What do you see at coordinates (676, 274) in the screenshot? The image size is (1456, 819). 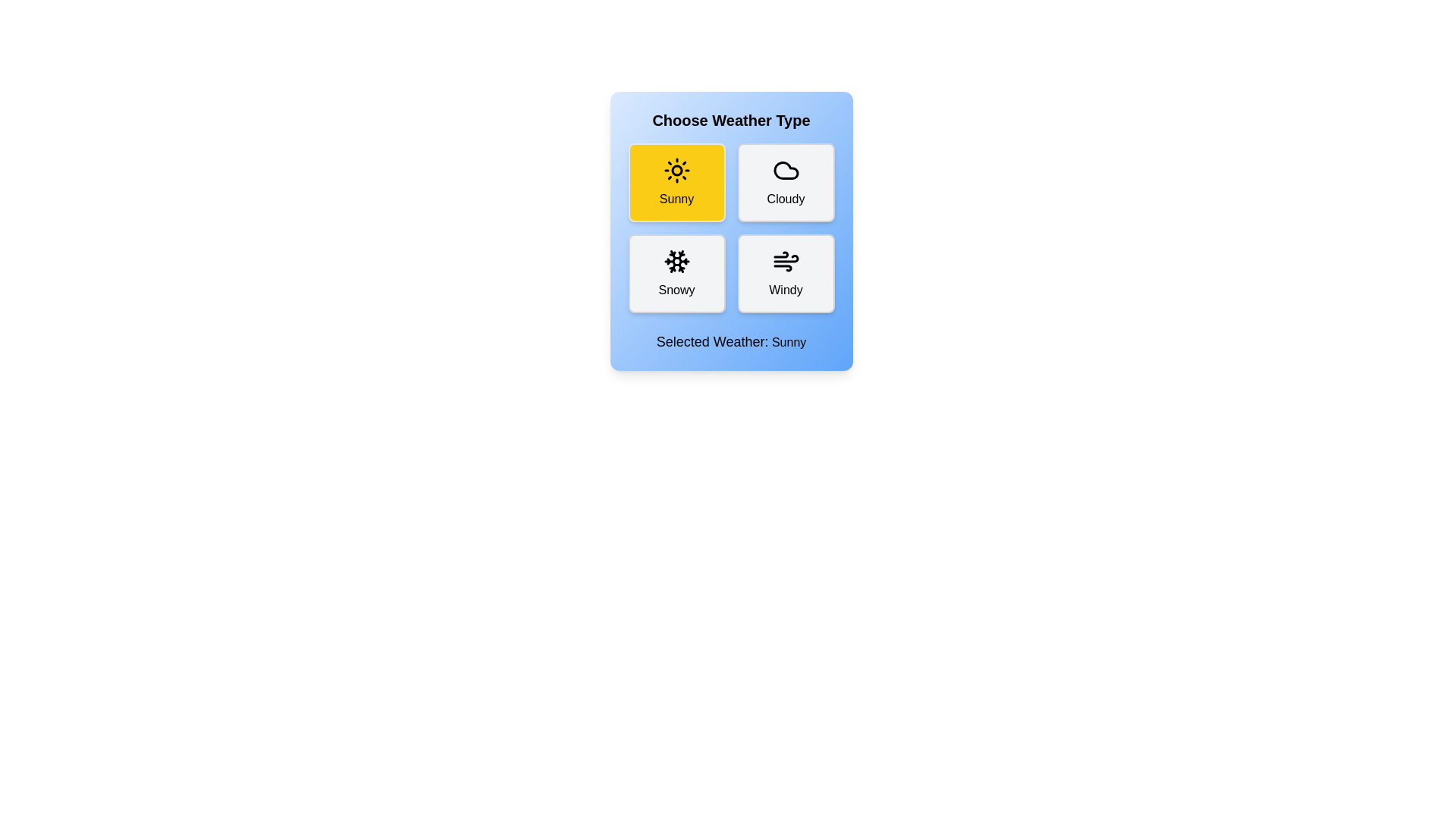 I see `the button corresponding to the weather option Snowy` at bounding box center [676, 274].